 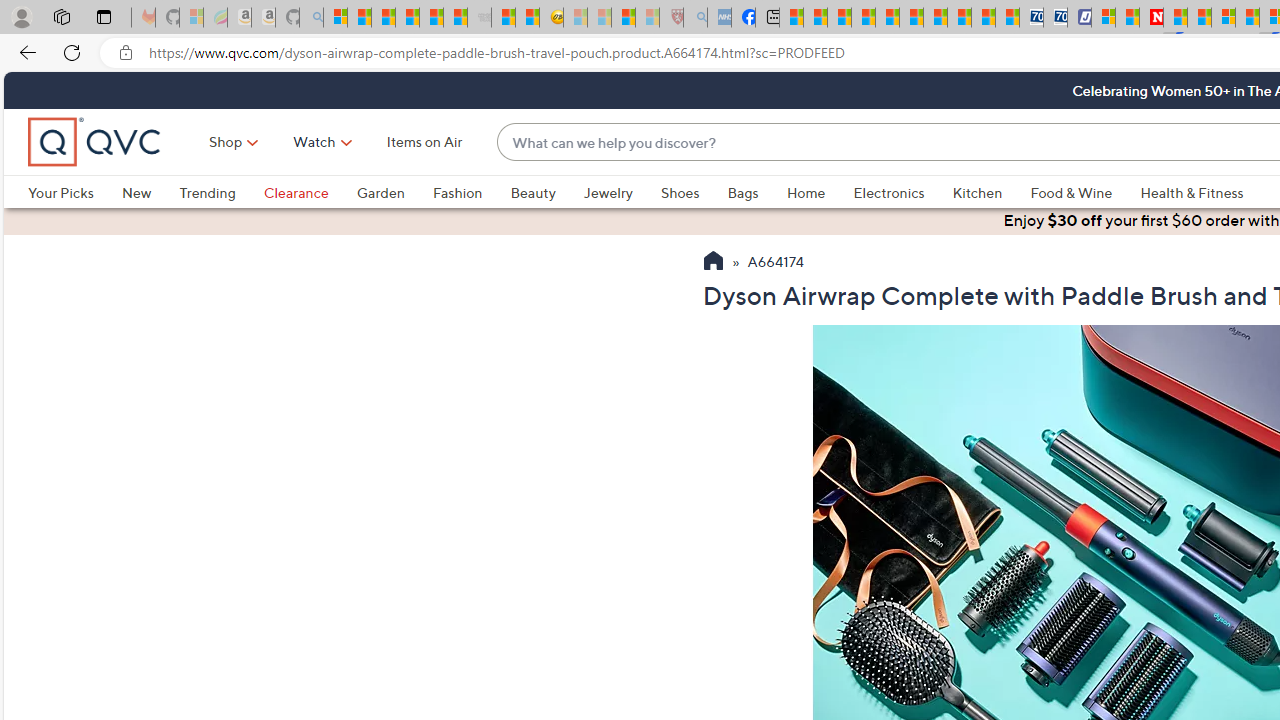 What do you see at coordinates (313, 140) in the screenshot?
I see `'Watch'` at bounding box center [313, 140].